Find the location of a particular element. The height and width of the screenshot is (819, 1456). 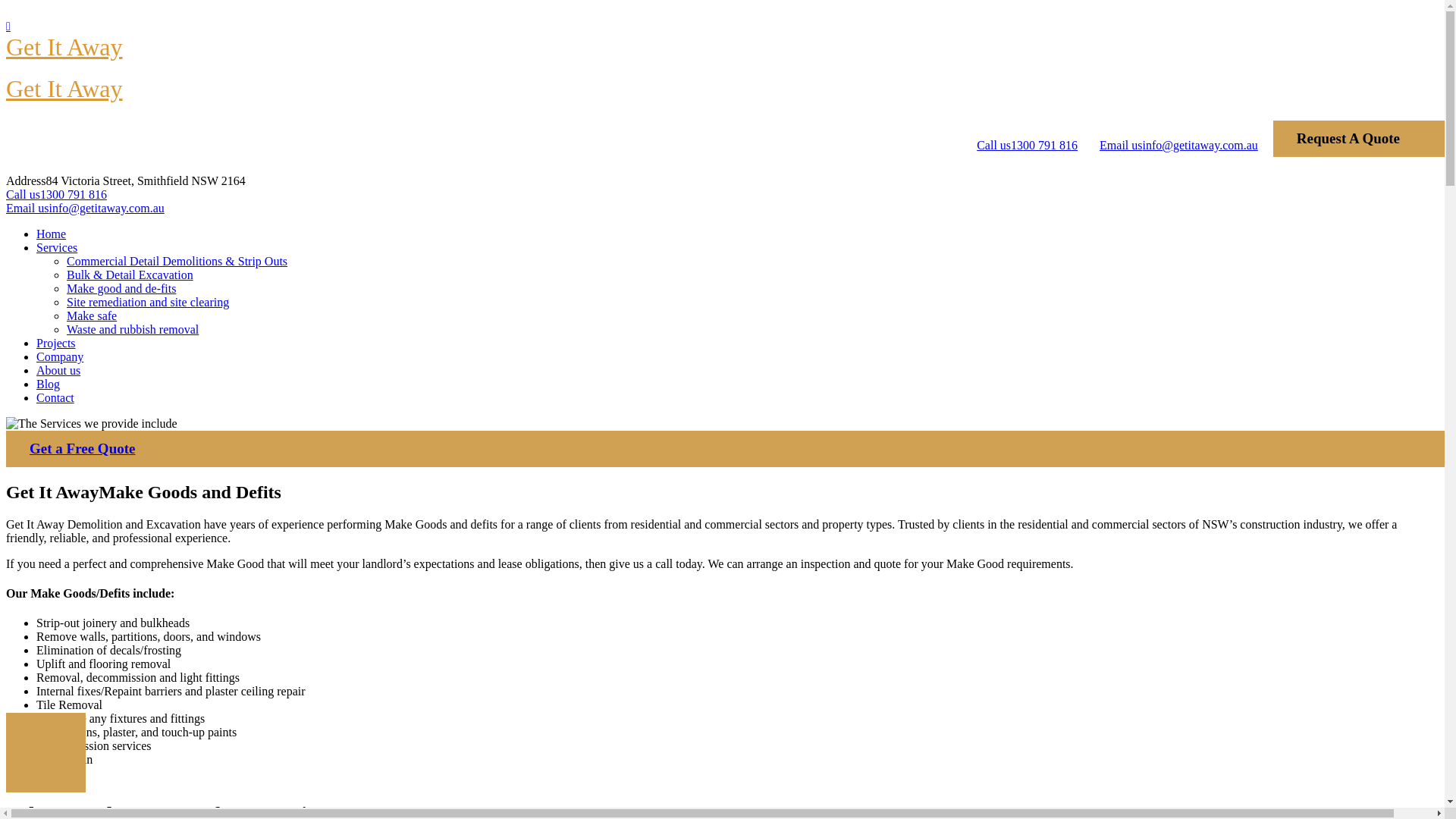

'Services' is located at coordinates (57, 246).